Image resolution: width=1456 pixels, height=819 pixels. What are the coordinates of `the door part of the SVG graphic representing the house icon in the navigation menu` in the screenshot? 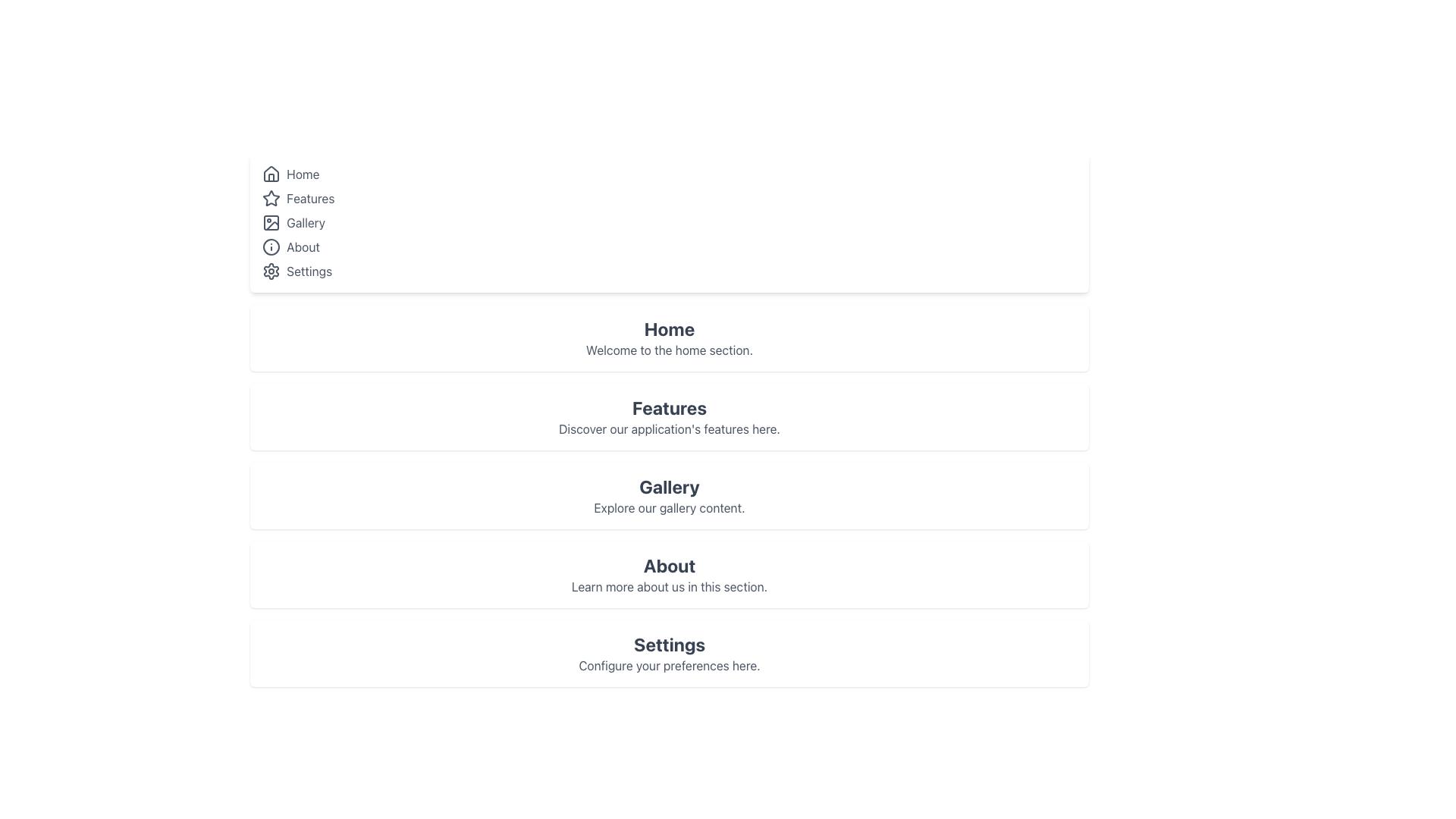 It's located at (271, 177).